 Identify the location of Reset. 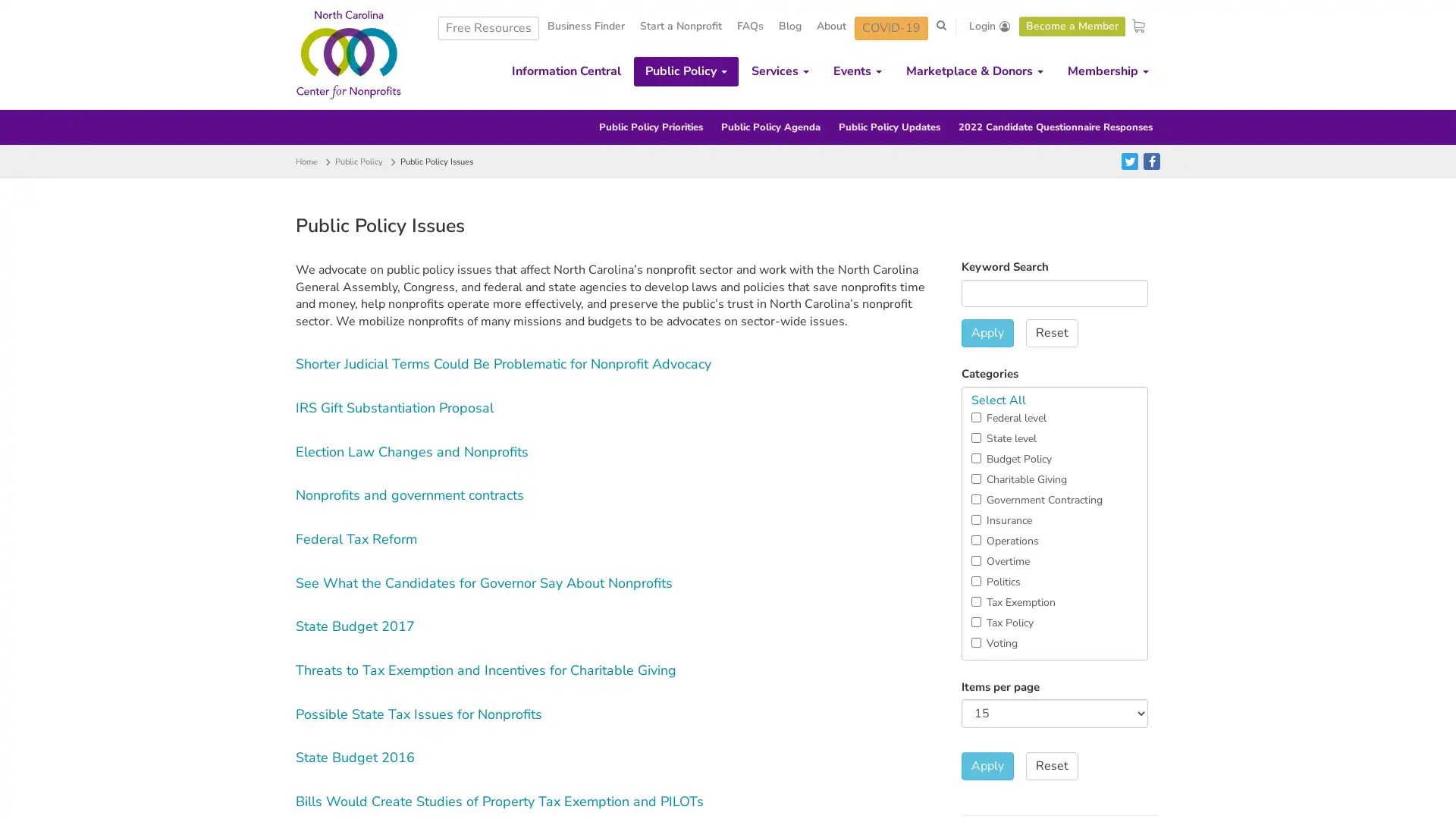
(1050, 332).